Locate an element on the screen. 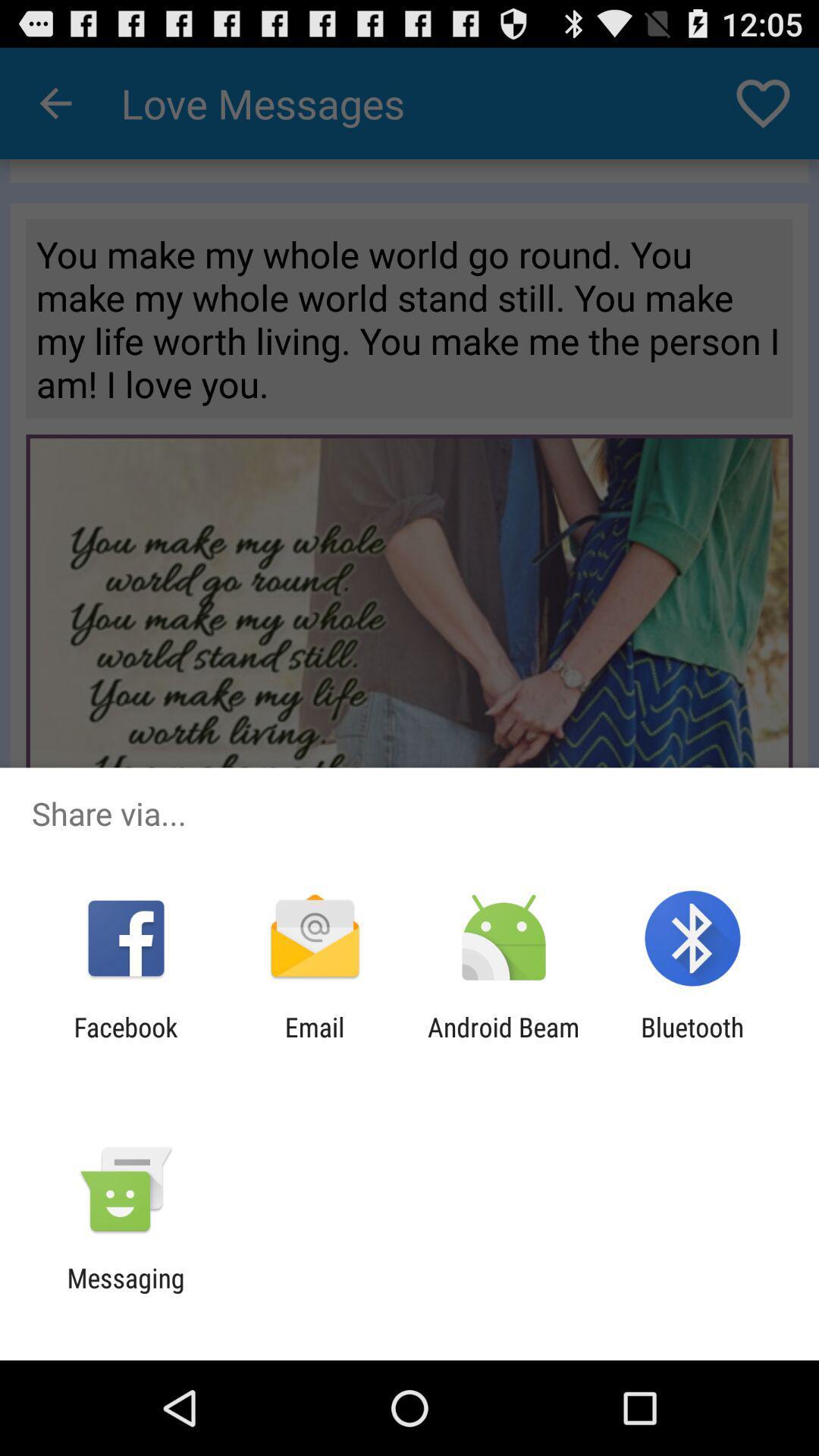  facebook is located at coordinates (125, 1042).